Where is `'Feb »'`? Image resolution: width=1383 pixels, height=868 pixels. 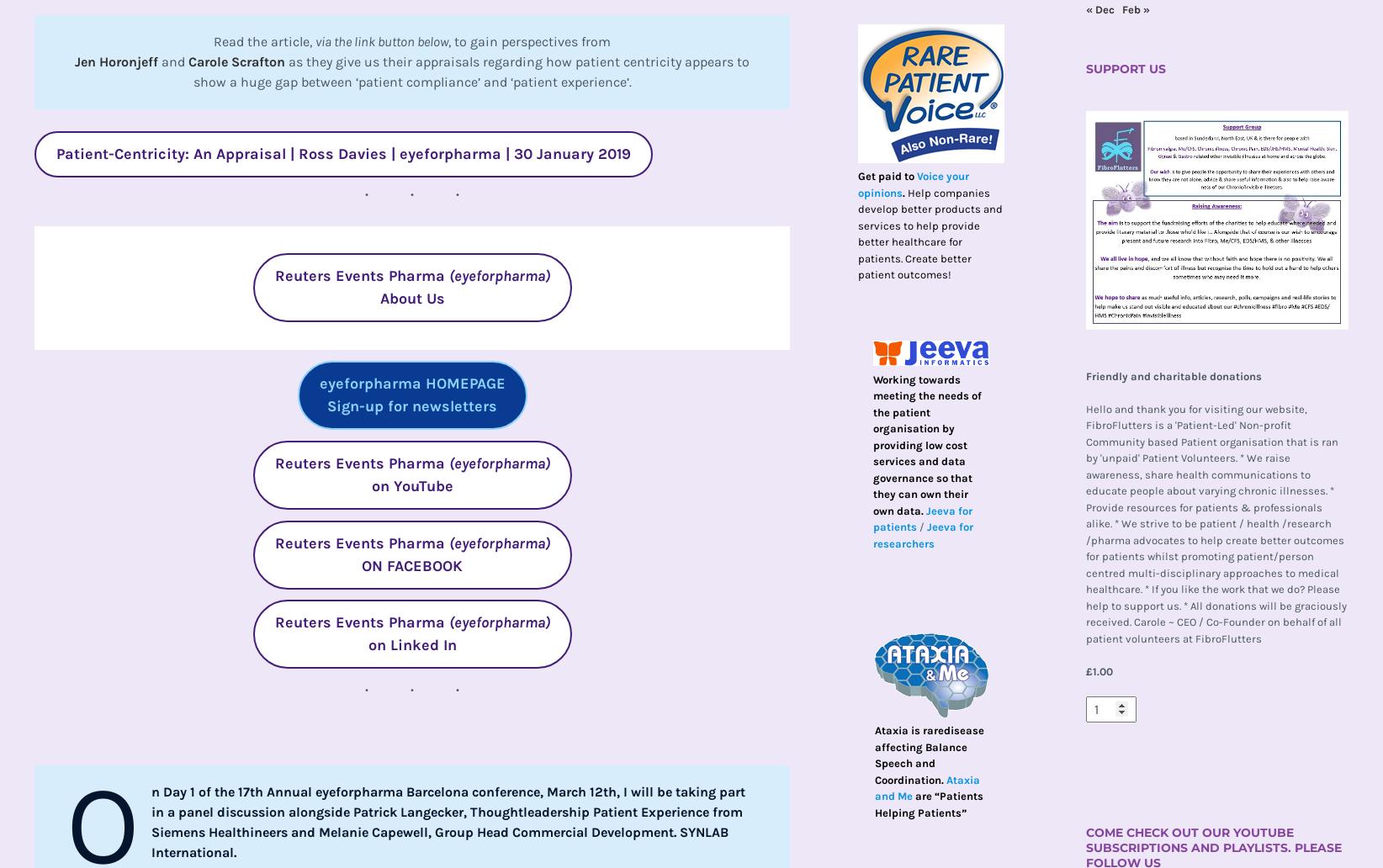 'Feb »' is located at coordinates (1134, 8).